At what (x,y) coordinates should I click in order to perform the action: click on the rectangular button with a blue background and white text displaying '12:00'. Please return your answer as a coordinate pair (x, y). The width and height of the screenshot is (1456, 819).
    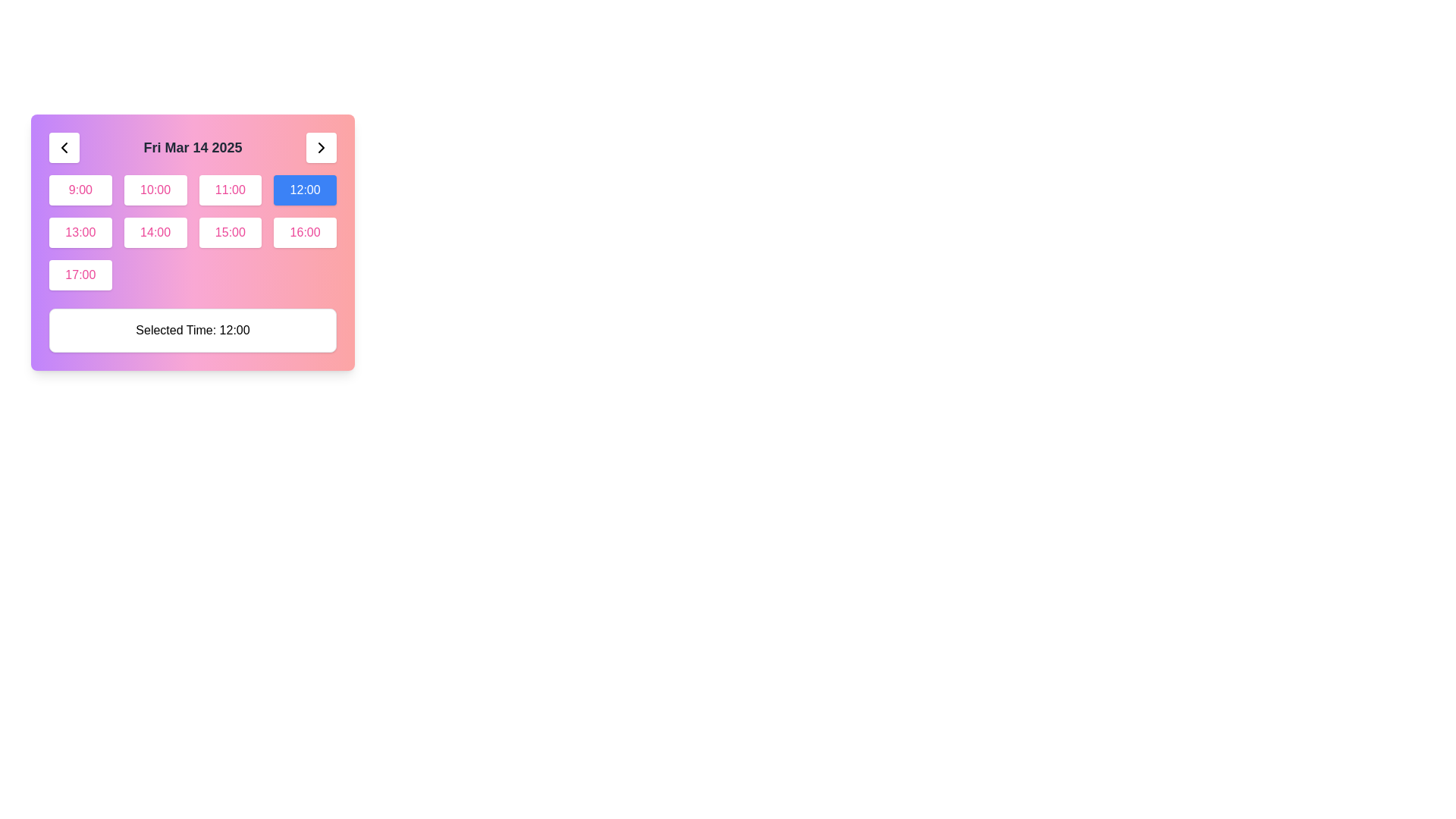
    Looking at the image, I should click on (304, 189).